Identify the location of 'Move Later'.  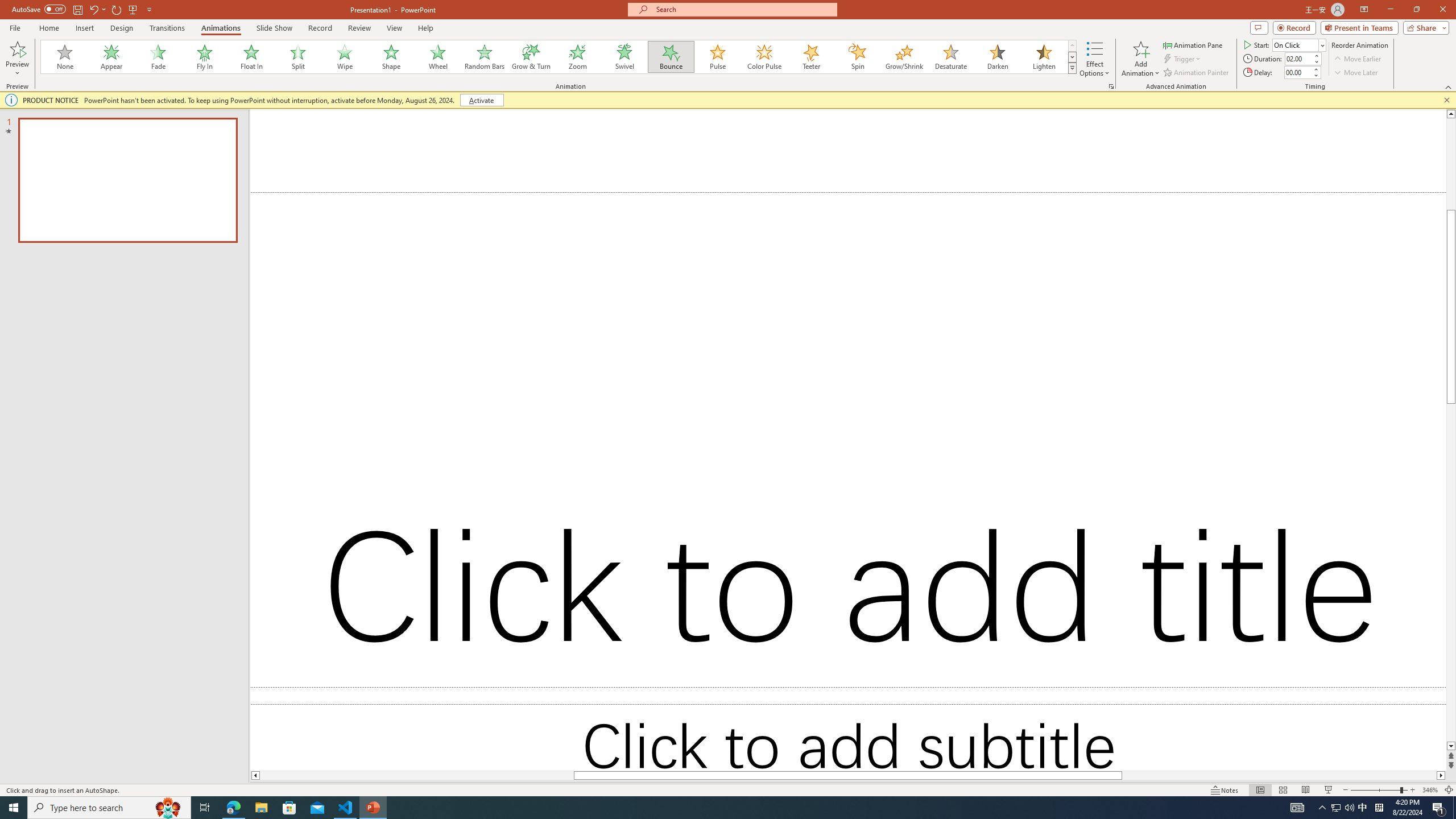
(1356, 72).